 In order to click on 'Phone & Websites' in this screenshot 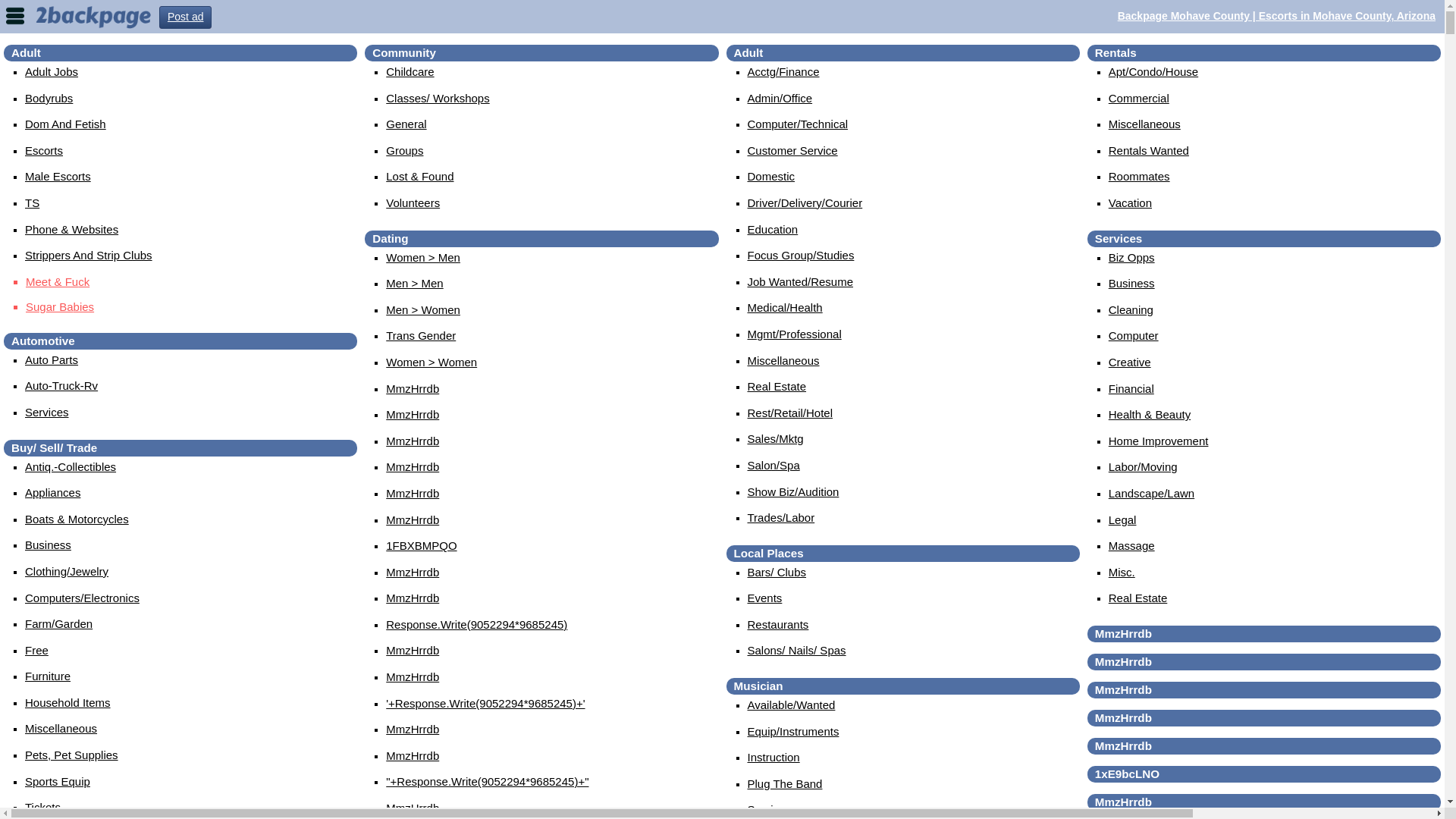, I will do `click(71, 229)`.